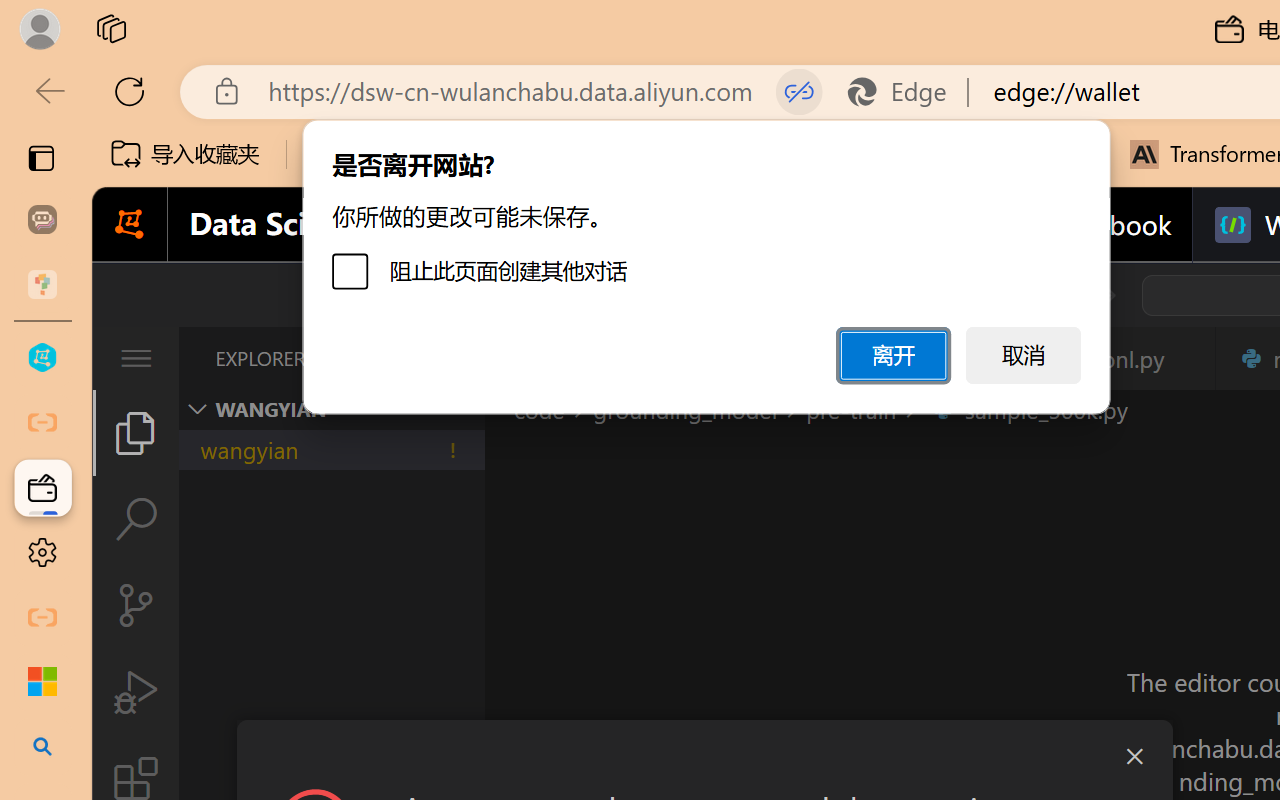  What do you see at coordinates (134, 358) in the screenshot?
I see `'Class: menubar compact overflow-menu-only'` at bounding box center [134, 358].